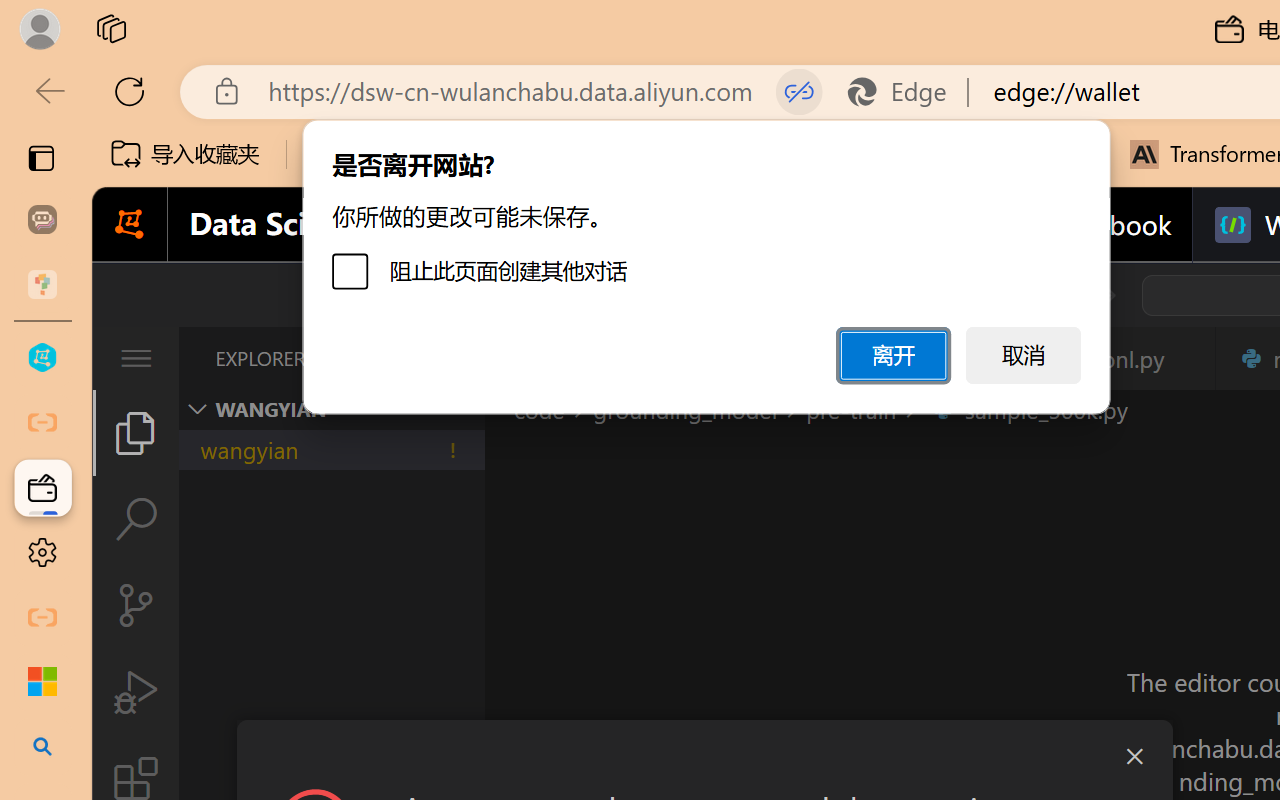  What do you see at coordinates (134, 358) in the screenshot?
I see `'Class: menubar compact overflow-menu-only'` at bounding box center [134, 358].